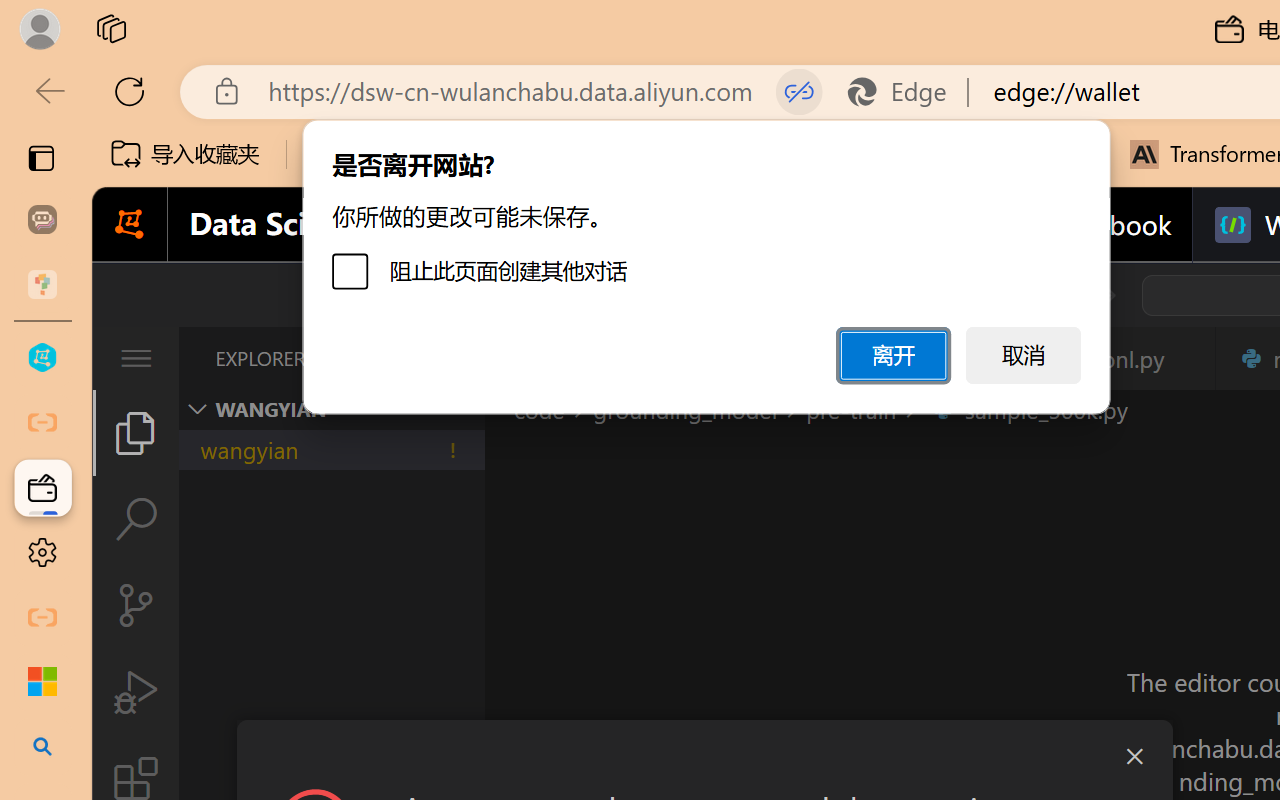  What do you see at coordinates (134, 358) in the screenshot?
I see `'Class: menubar compact overflow-menu-only'` at bounding box center [134, 358].